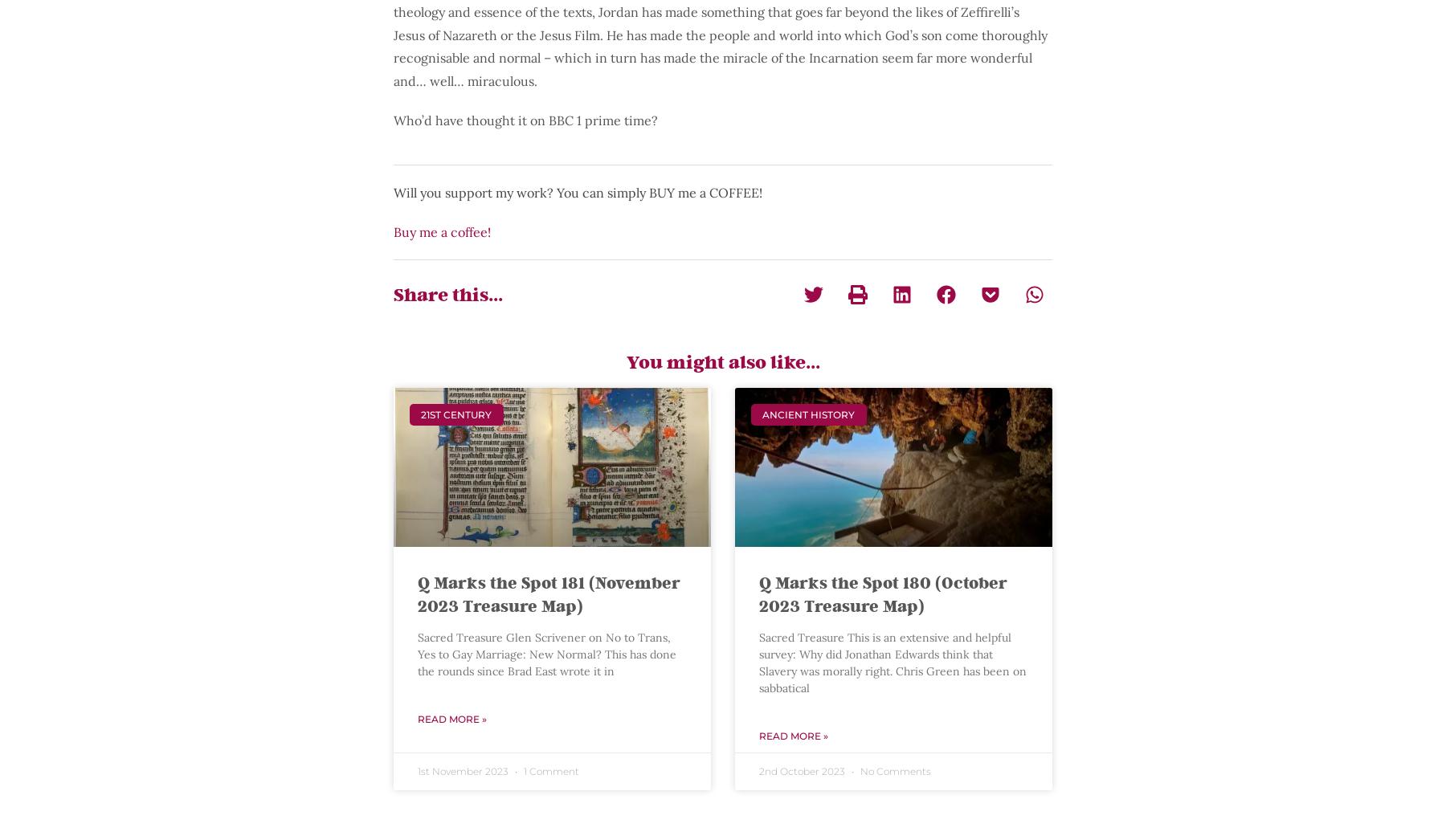 The image size is (1446, 840). What do you see at coordinates (549, 770) in the screenshot?
I see `'1 Comment'` at bounding box center [549, 770].